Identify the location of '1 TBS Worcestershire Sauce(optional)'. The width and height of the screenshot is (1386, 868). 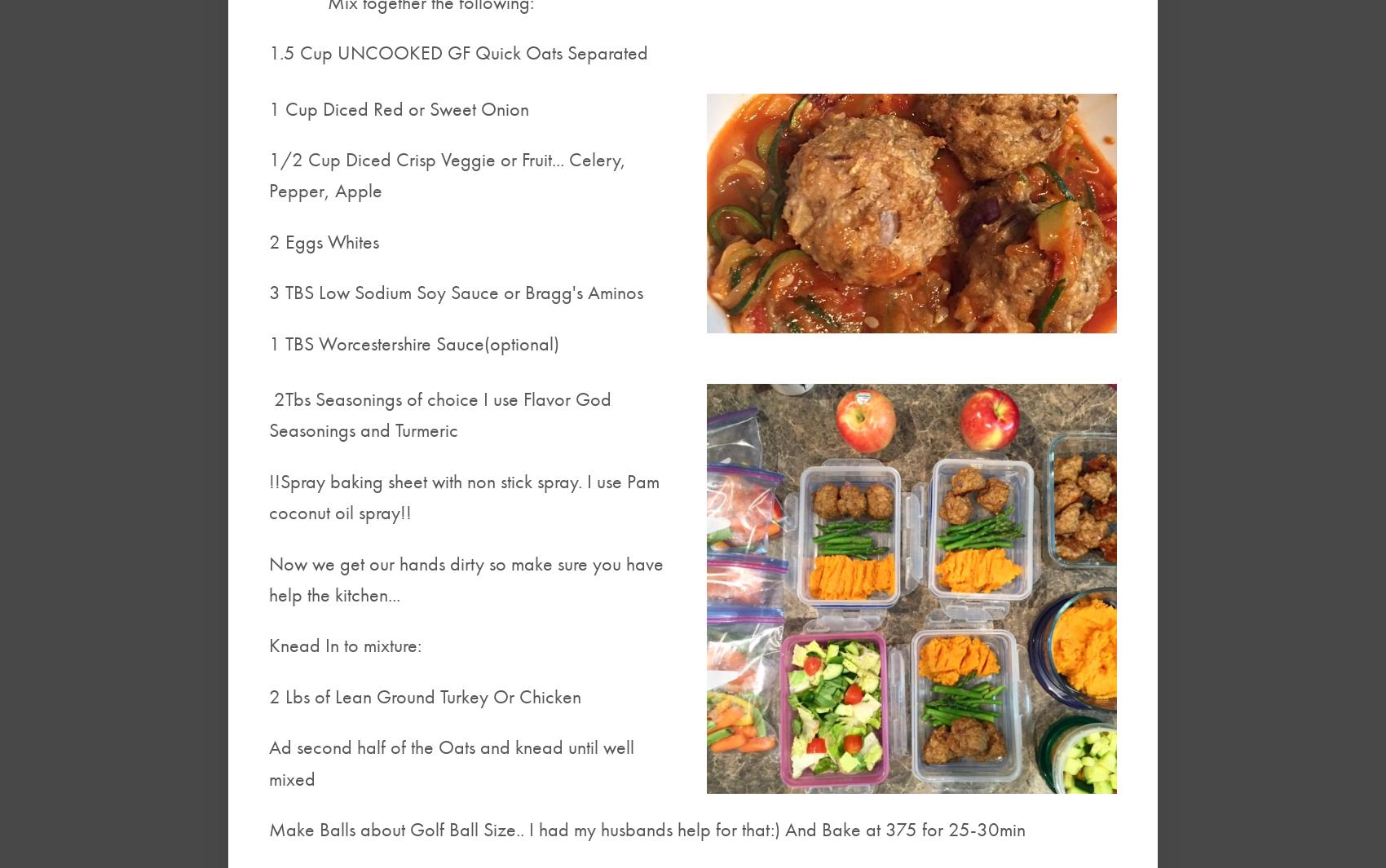
(413, 341).